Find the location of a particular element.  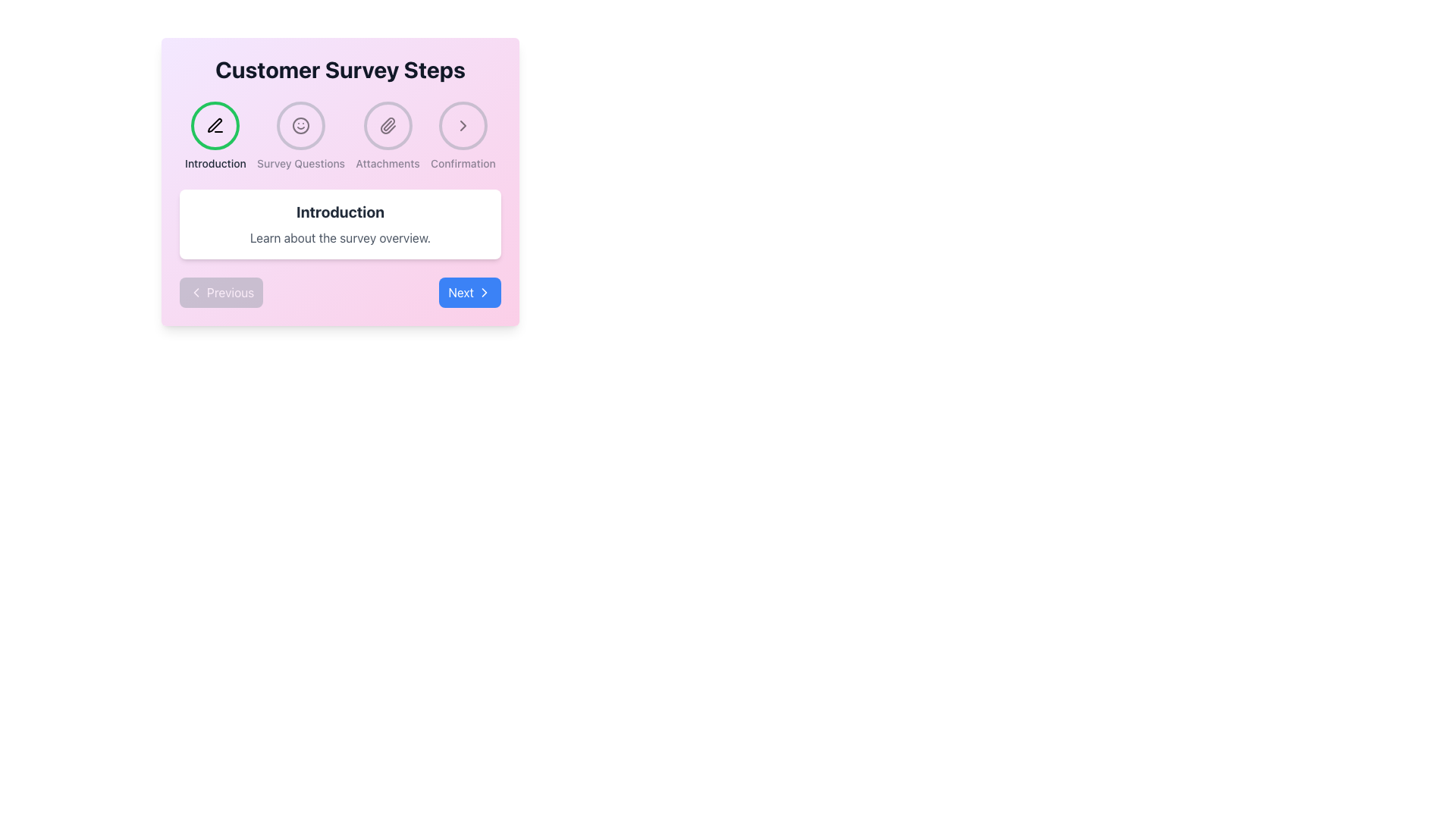

the 'Introduction' text label, which is styled with a small-sized bold font in dark gray color, located directly beneath the pencil icon in the first step of the survey steps navigation bar is located at coordinates (215, 164).